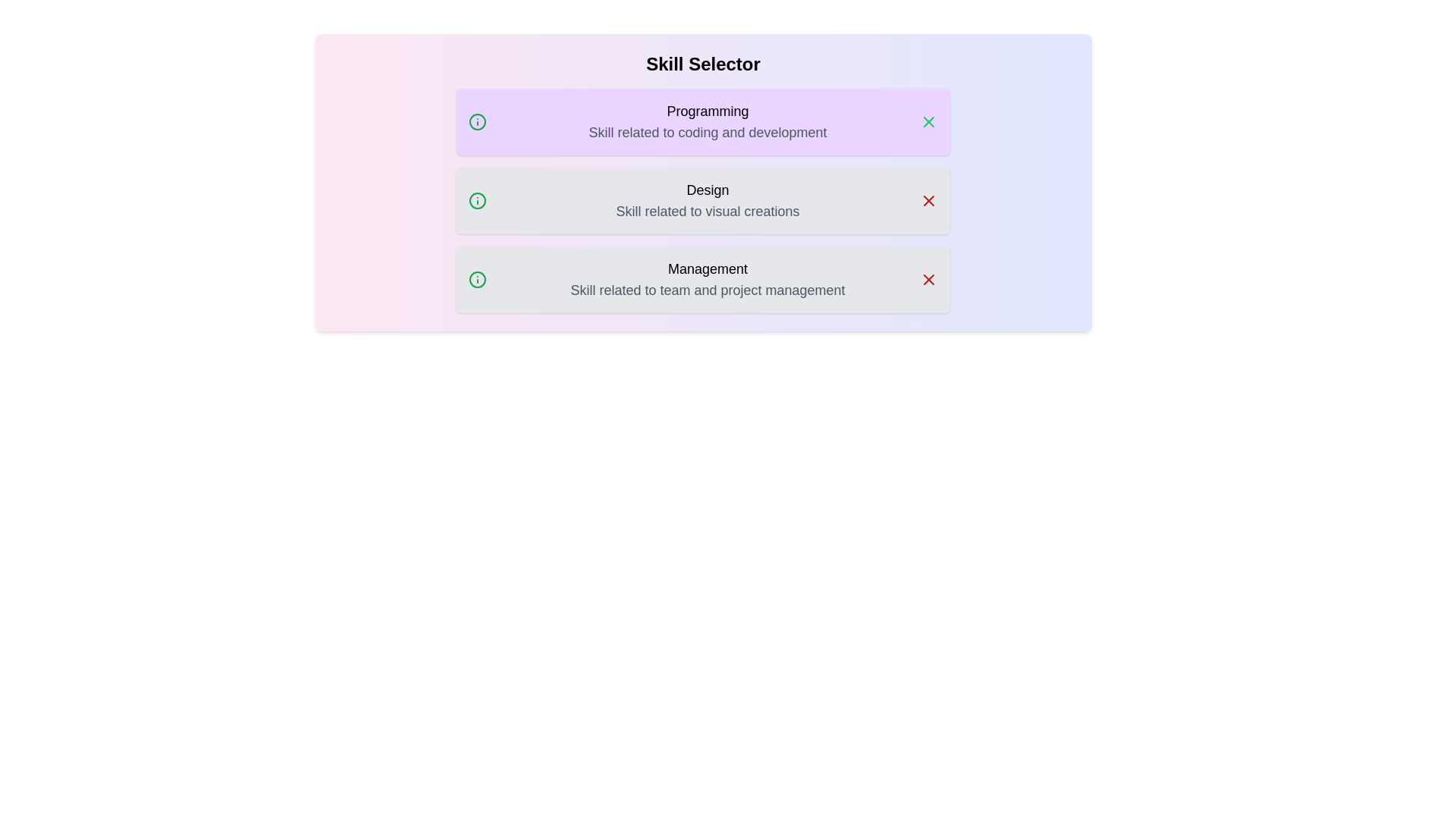  Describe the element at coordinates (702, 280) in the screenshot. I see `the skill Management` at that location.